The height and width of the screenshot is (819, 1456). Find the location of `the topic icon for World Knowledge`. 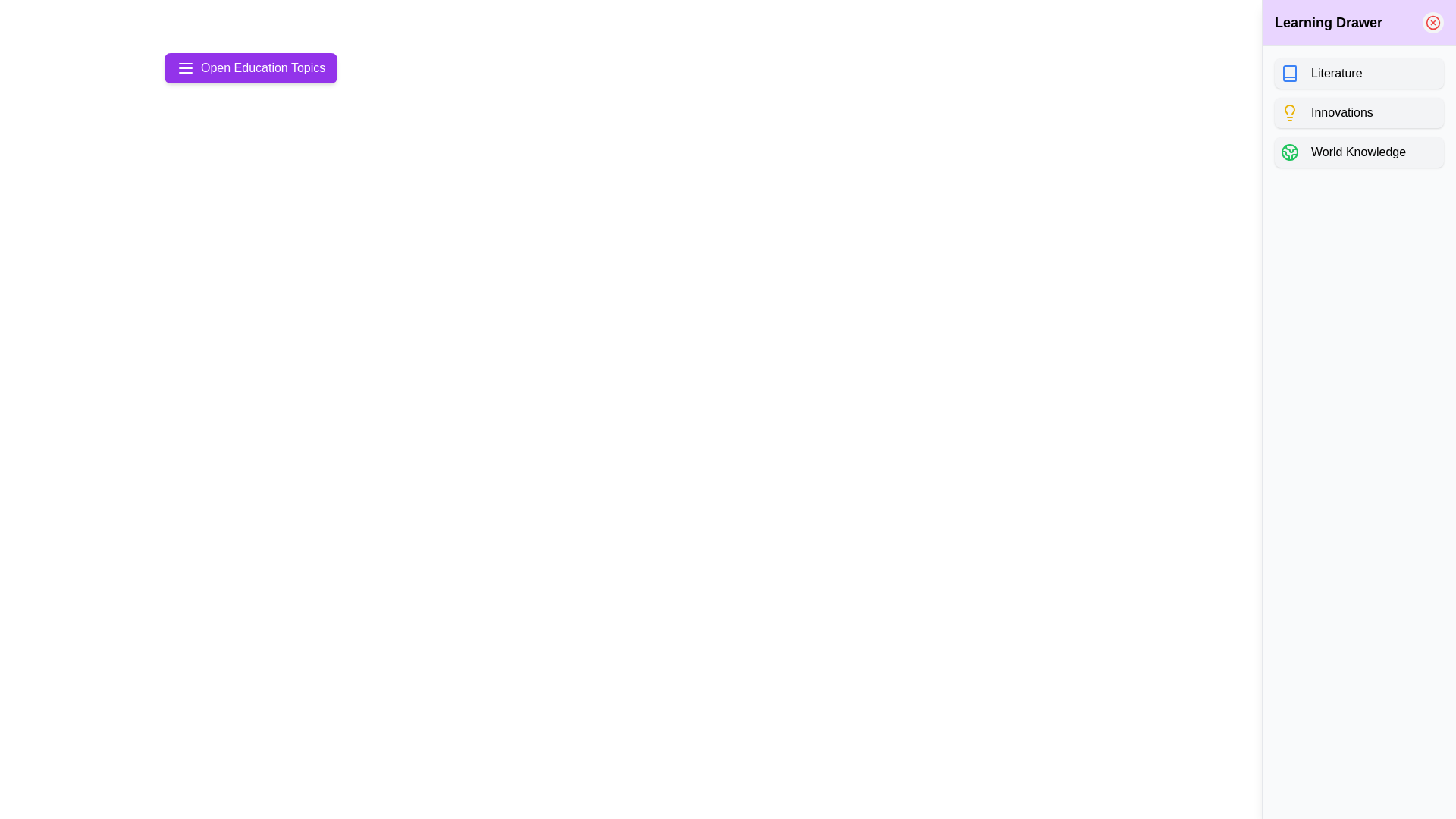

the topic icon for World Knowledge is located at coordinates (1288, 152).